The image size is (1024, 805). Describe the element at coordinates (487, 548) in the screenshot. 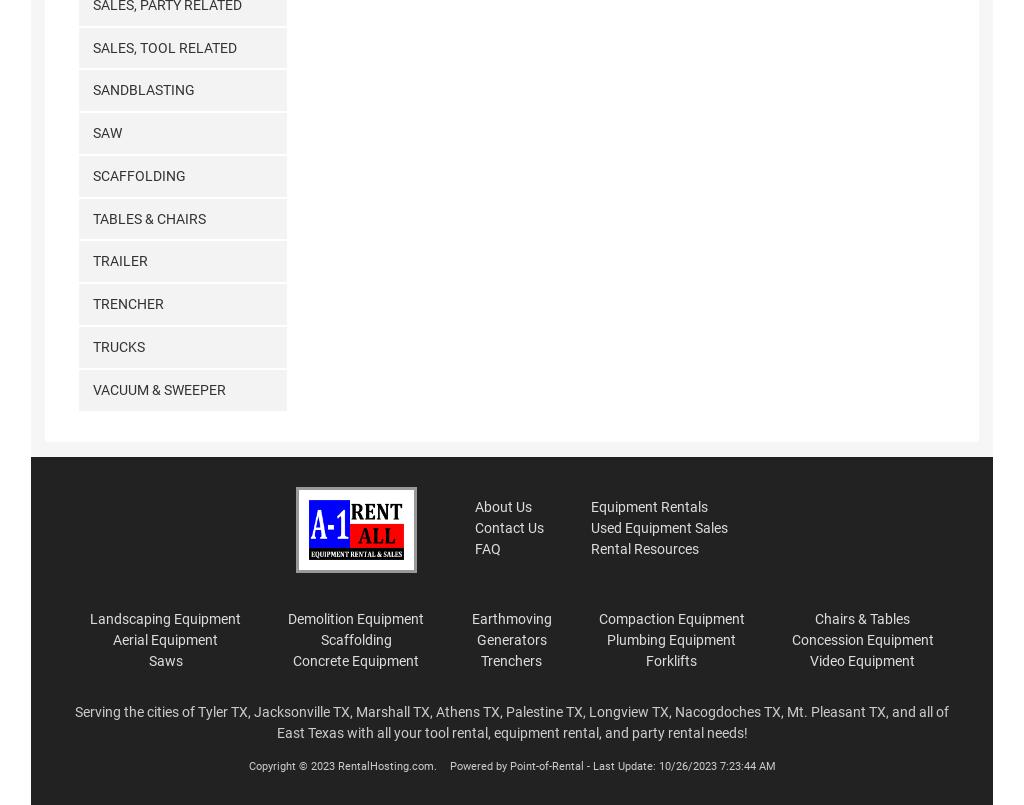

I see `'FAQ'` at that location.